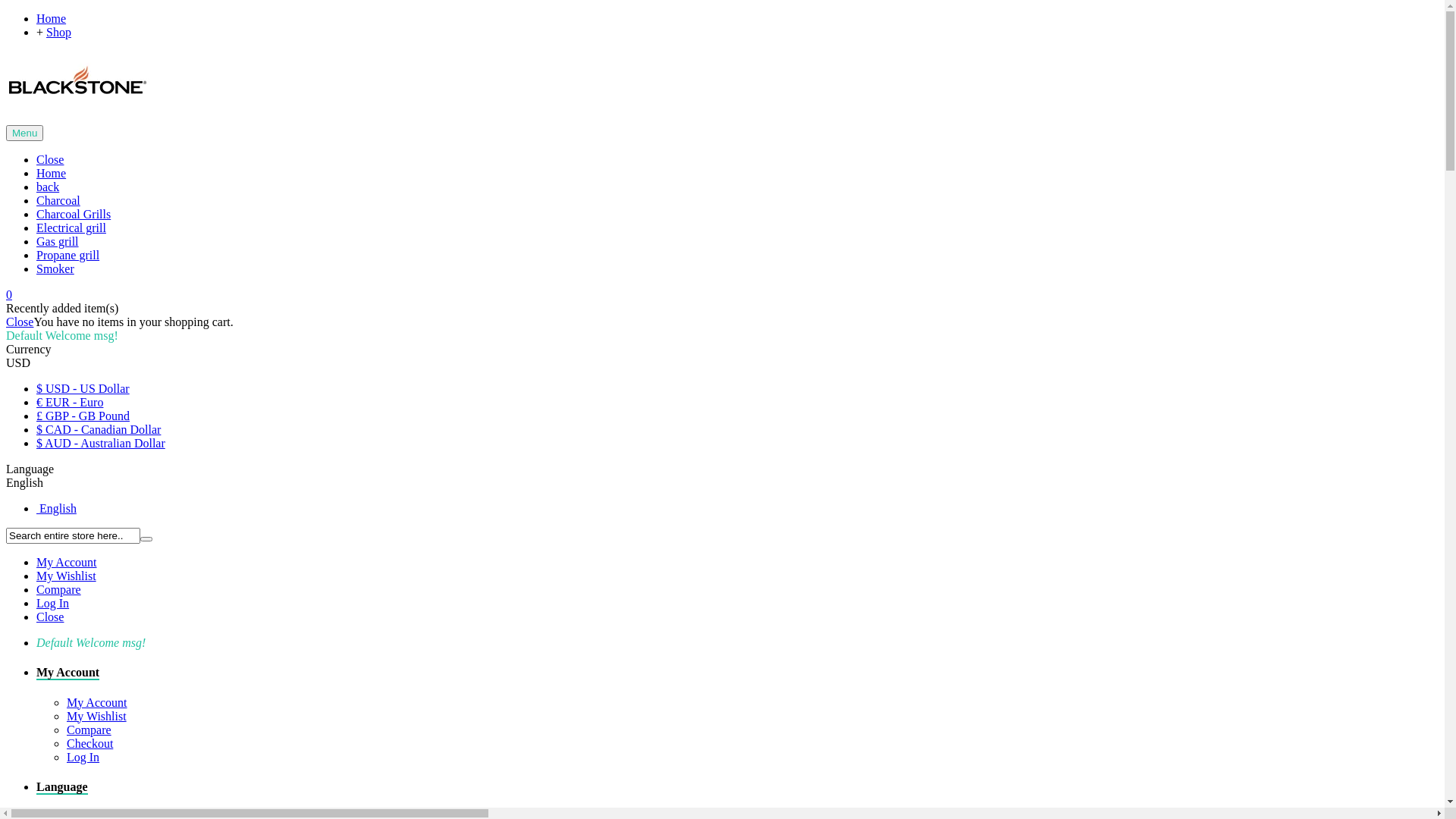 Image resolution: width=1456 pixels, height=819 pixels. I want to click on '$ USD - US Dollar', so click(36, 388).